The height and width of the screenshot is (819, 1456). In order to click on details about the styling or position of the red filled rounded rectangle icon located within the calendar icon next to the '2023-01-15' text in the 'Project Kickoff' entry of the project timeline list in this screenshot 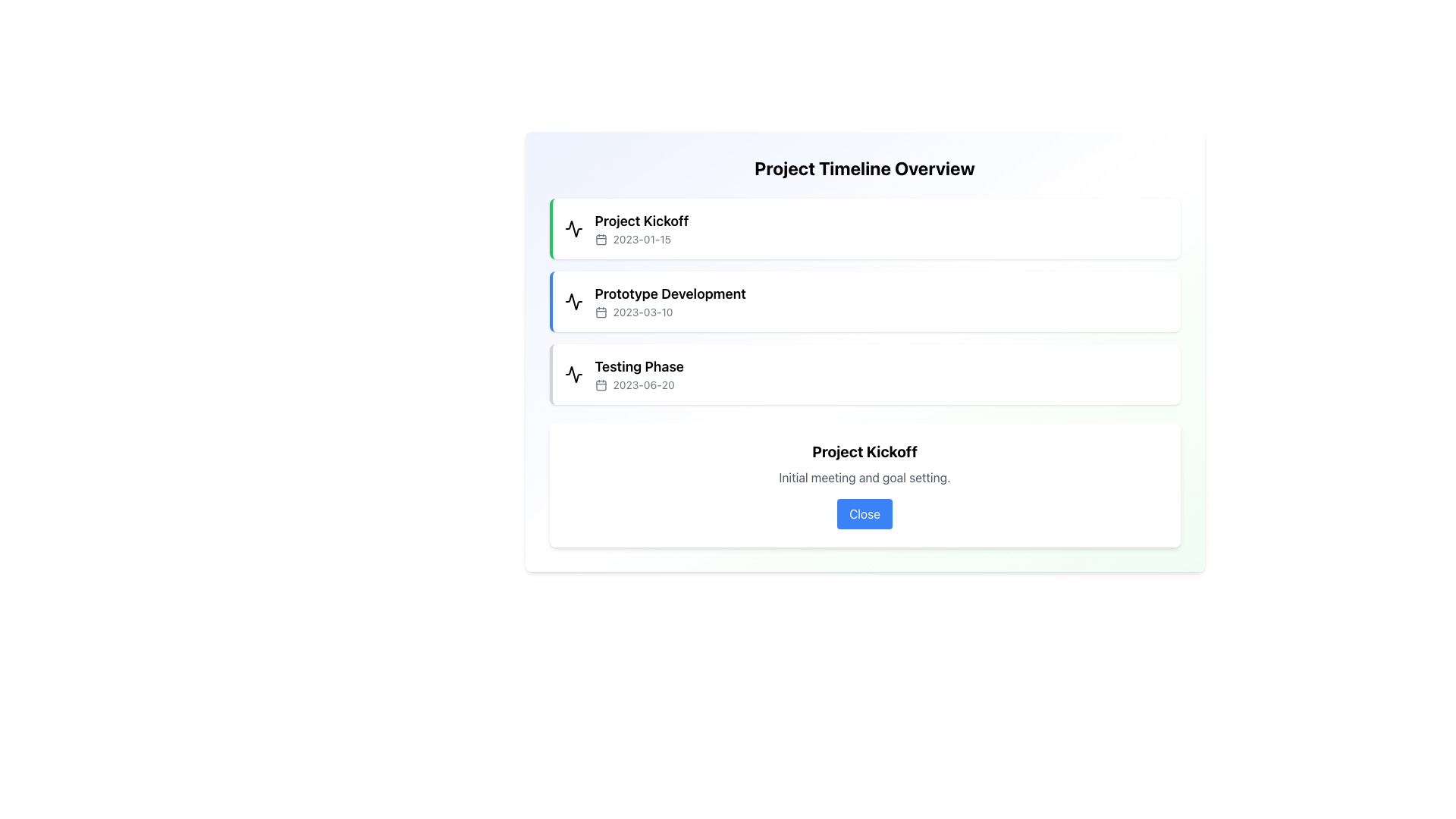, I will do `click(600, 239)`.